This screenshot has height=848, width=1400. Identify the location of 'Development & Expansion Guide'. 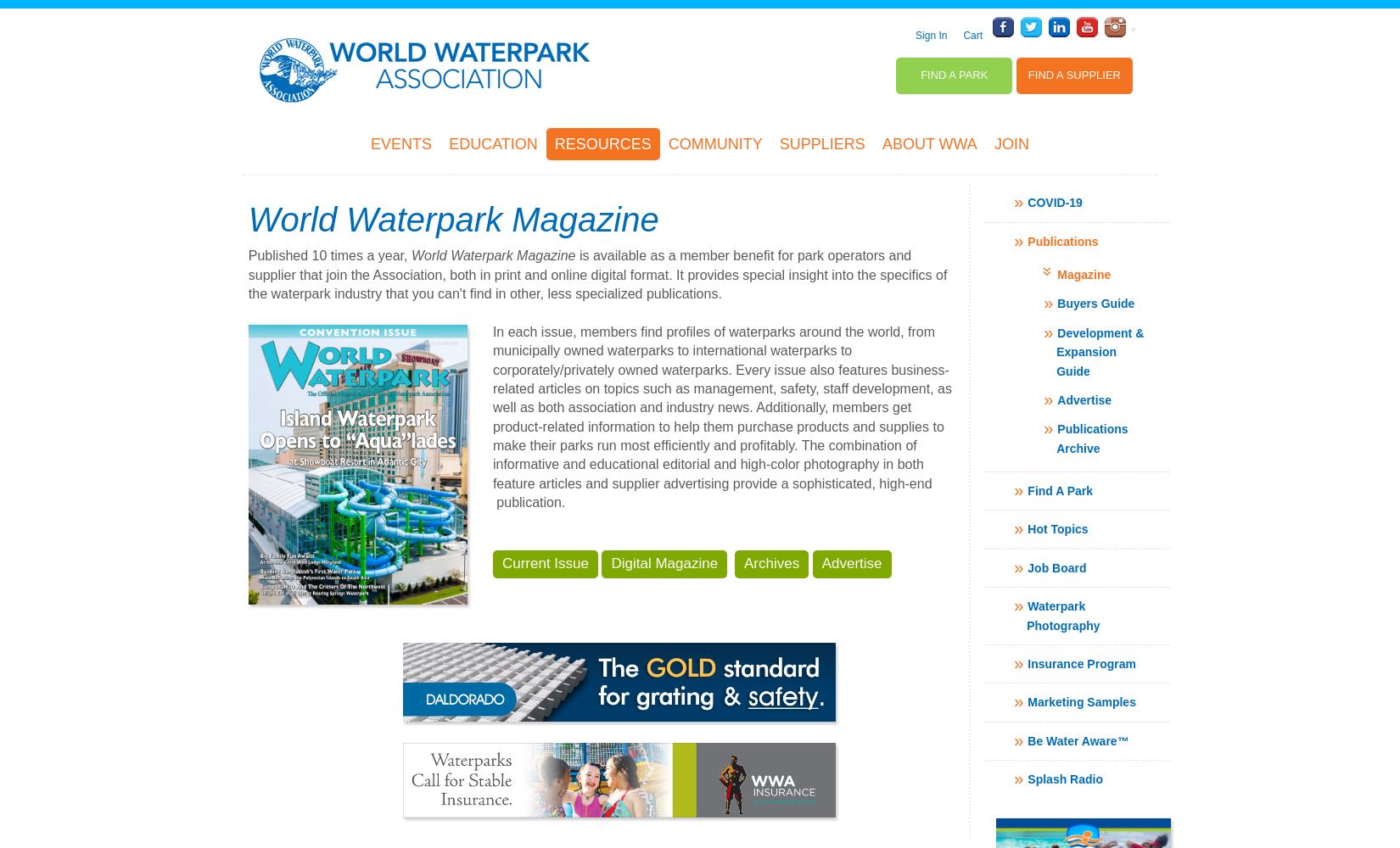
(1099, 351).